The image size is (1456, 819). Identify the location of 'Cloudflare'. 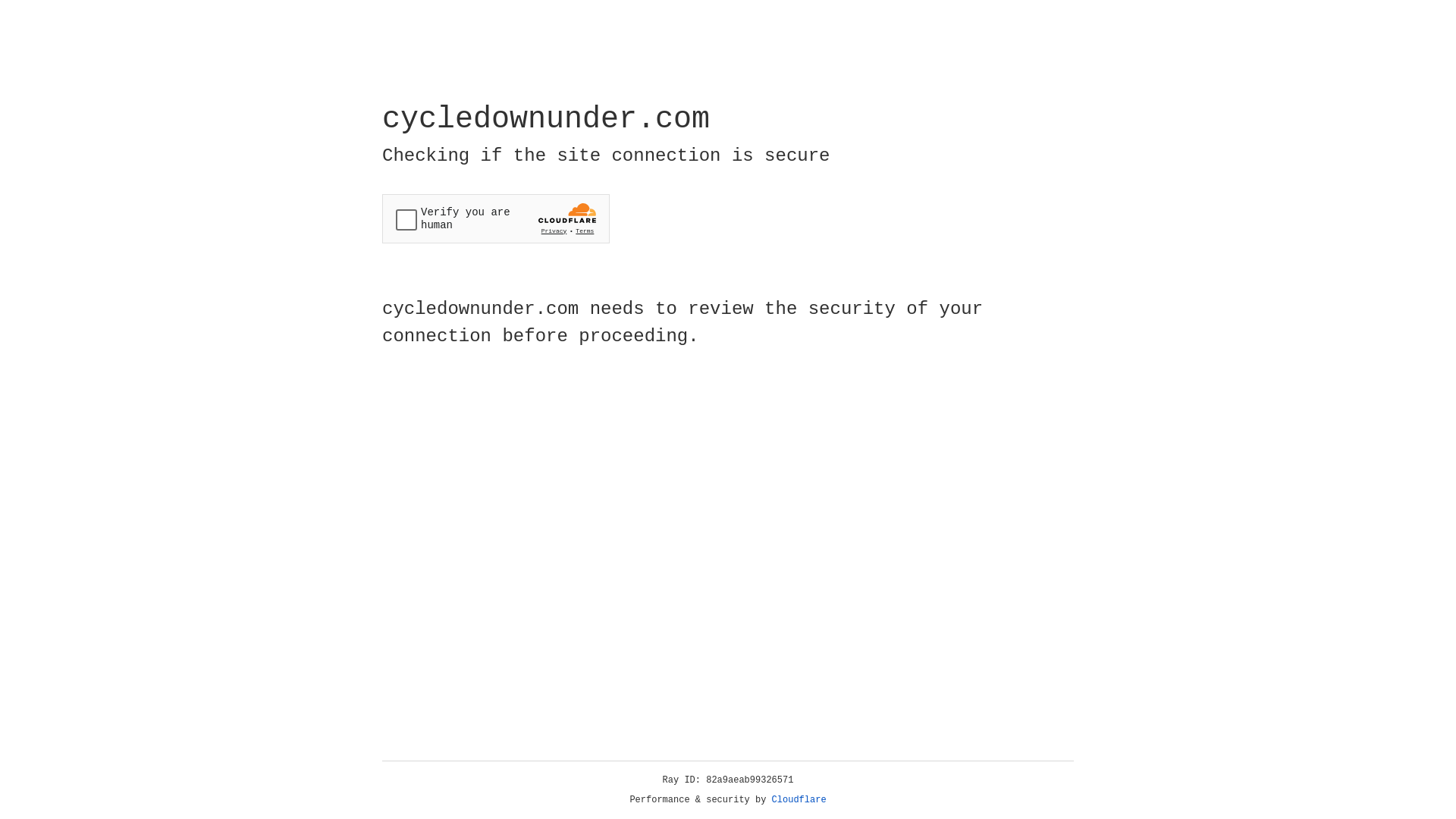
(799, 799).